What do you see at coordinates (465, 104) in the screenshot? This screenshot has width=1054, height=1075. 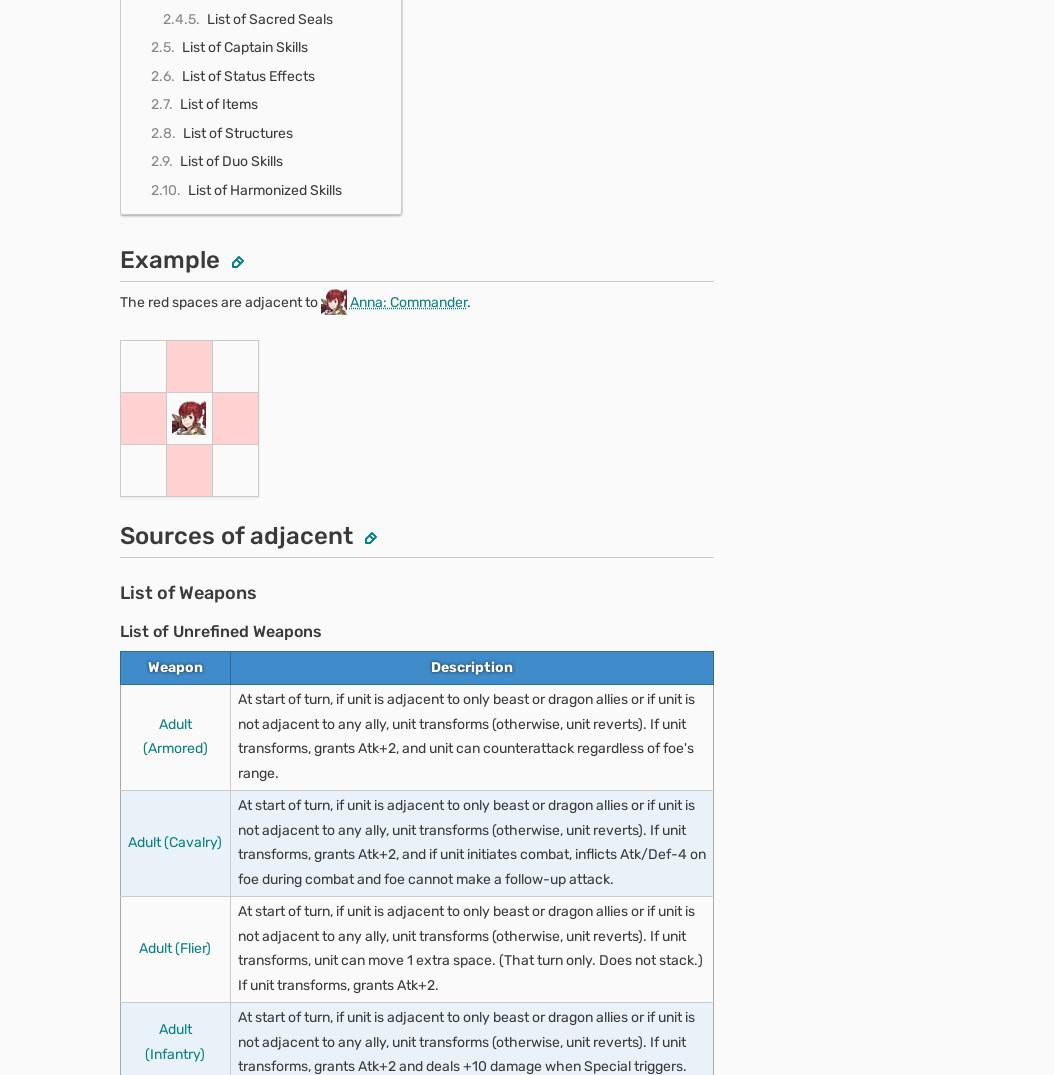 I see `'If unit's Spd > foe's Spd during combat, neutralizes effects that guarantee foe's follow-up attacks and effects that prevent unit's follow-up attacks for 1 turn.'` at bounding box center [465, 104].